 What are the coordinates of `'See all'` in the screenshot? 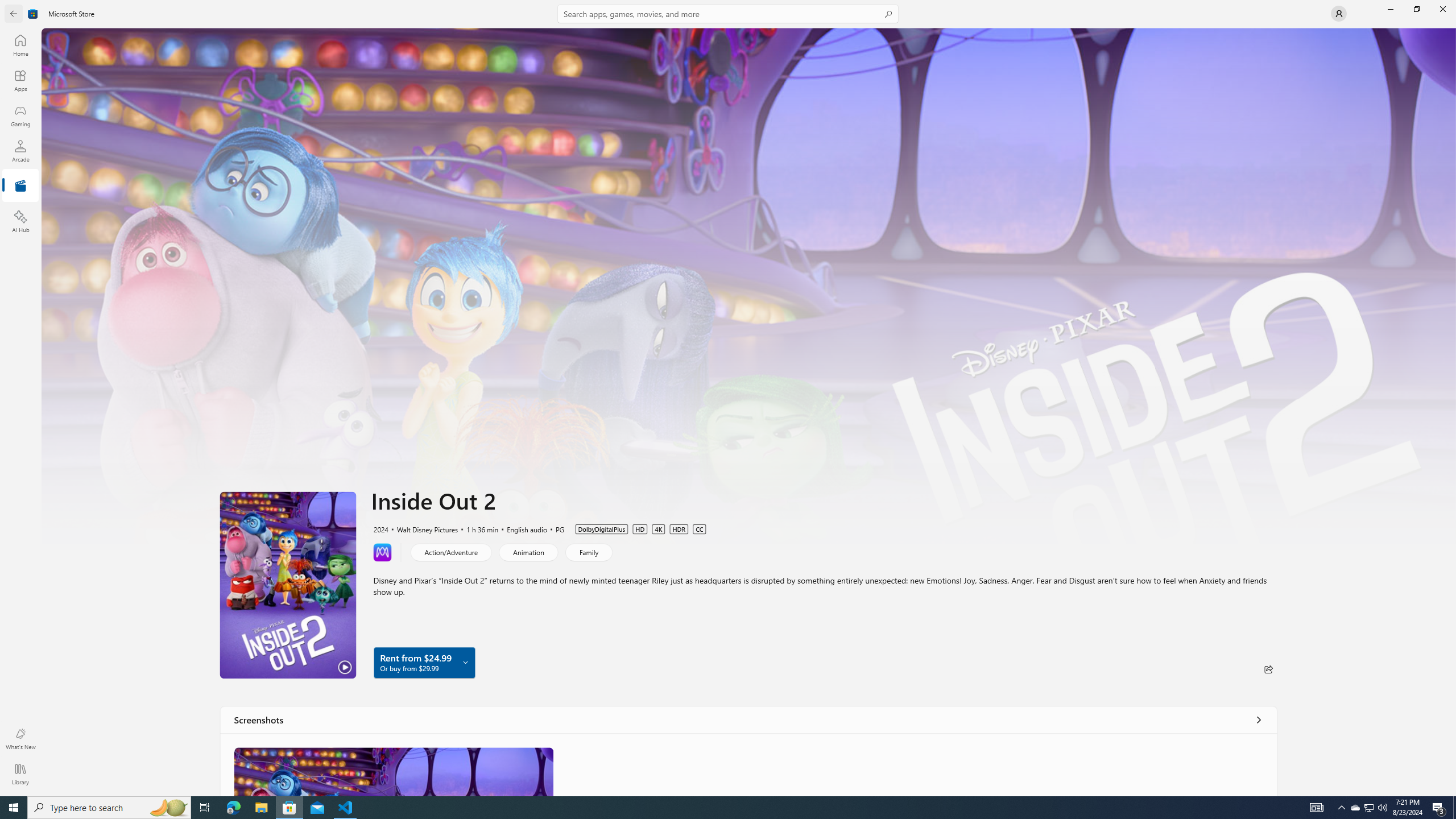 It's located at (1259, 719).